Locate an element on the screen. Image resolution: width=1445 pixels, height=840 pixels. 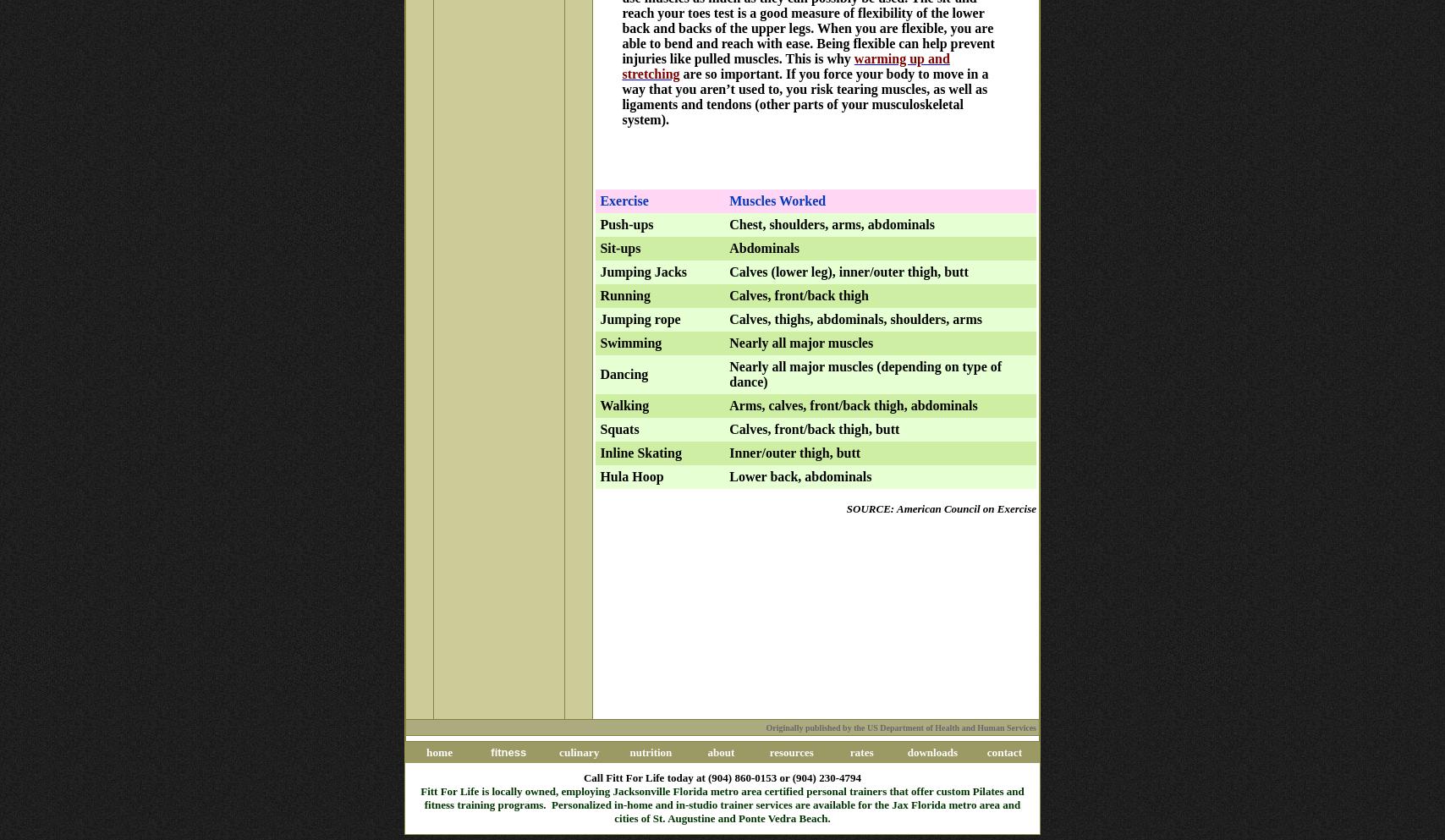
'rates' is located at coordinates (860, 751).